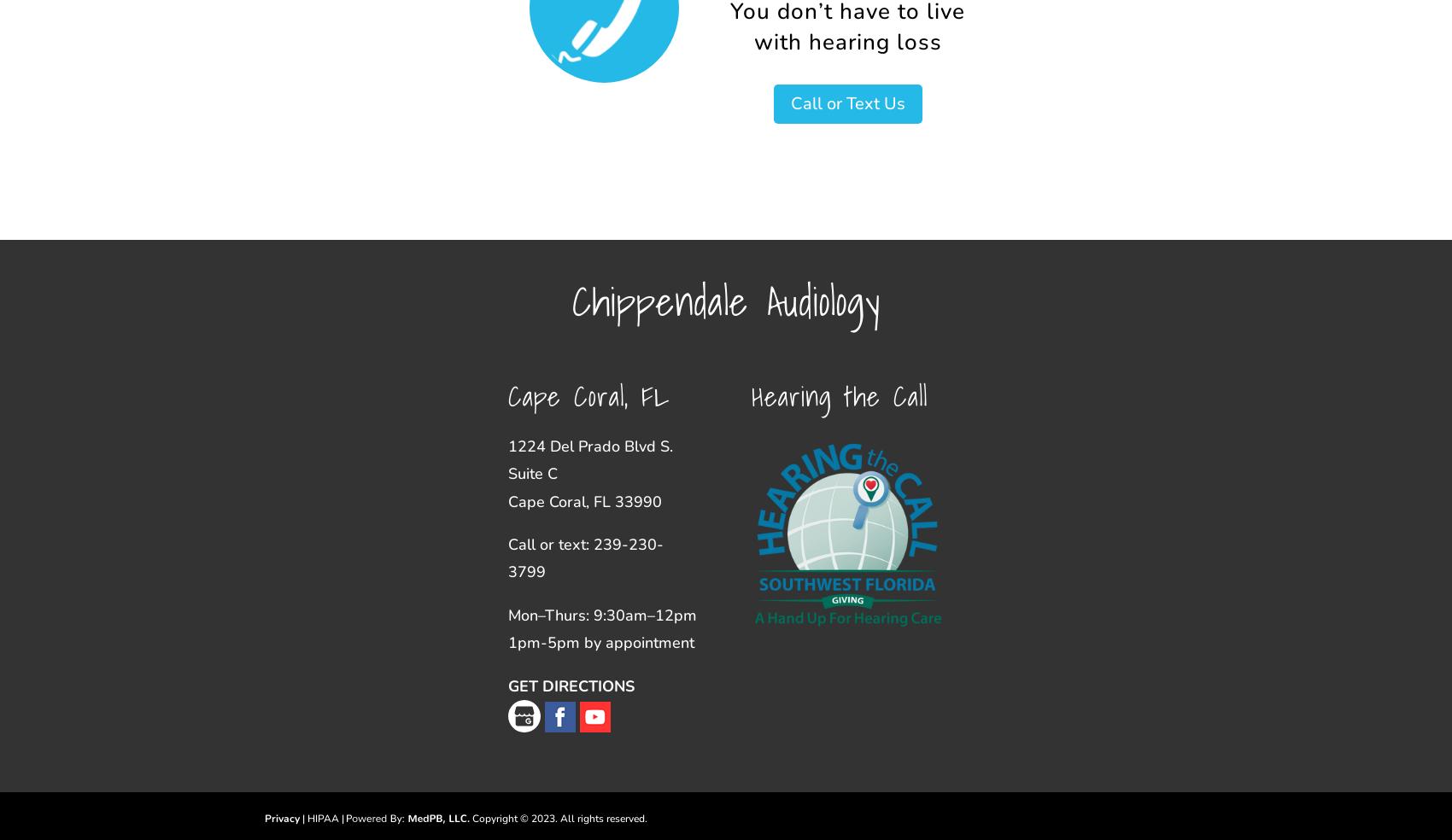 Image resolution: width=1452 pixels, height=840 pixels. Describe the element at coordinates (281, 818) in the screenshot. I see `'Privacy'` at that location.